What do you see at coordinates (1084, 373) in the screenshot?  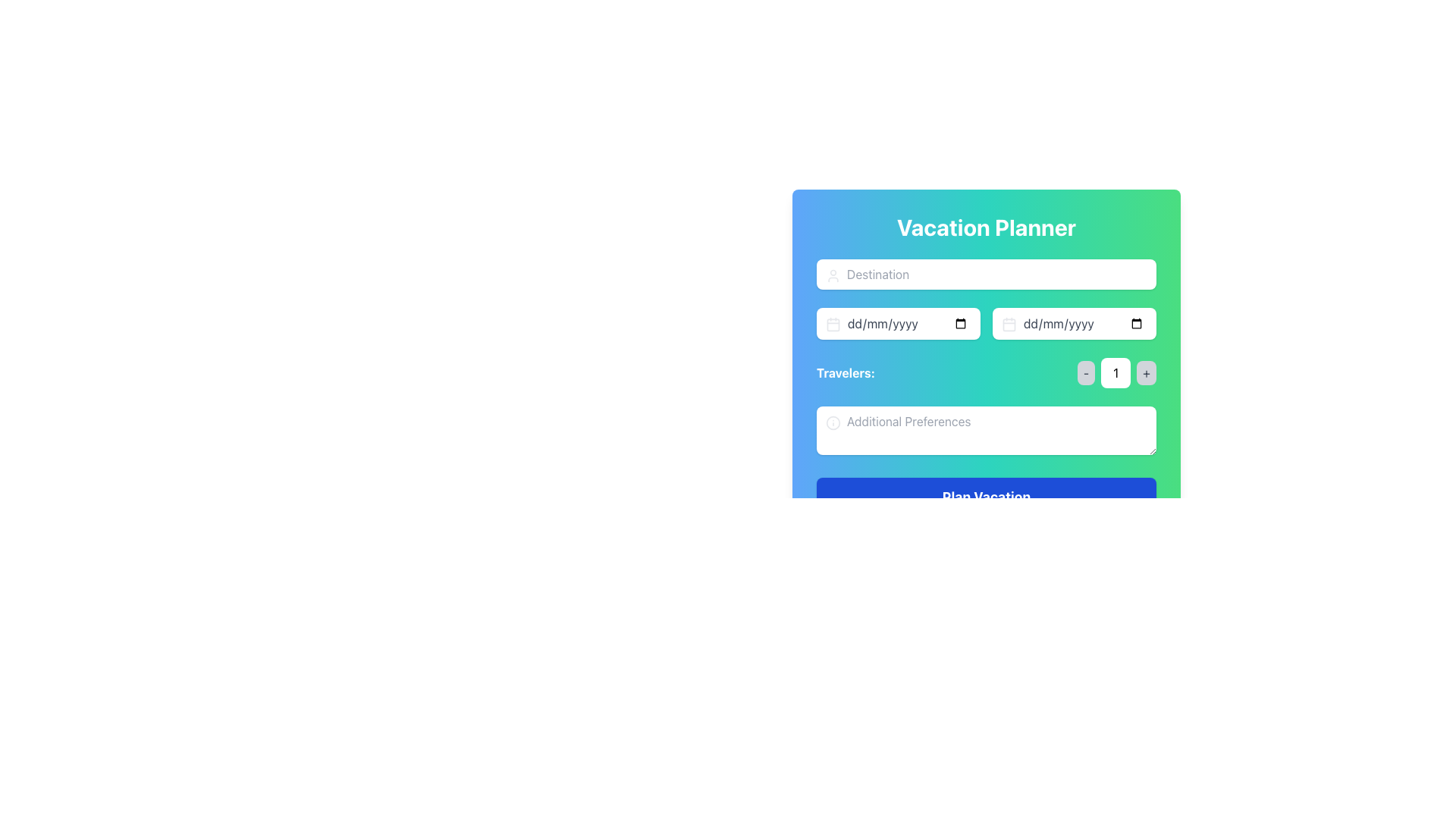 I see `the leftmost button that decrements the number of travelers, located to the left of the numeral '1' in a white rounded box and adjacent to a '+' button` at bounding box center [1084, 373].